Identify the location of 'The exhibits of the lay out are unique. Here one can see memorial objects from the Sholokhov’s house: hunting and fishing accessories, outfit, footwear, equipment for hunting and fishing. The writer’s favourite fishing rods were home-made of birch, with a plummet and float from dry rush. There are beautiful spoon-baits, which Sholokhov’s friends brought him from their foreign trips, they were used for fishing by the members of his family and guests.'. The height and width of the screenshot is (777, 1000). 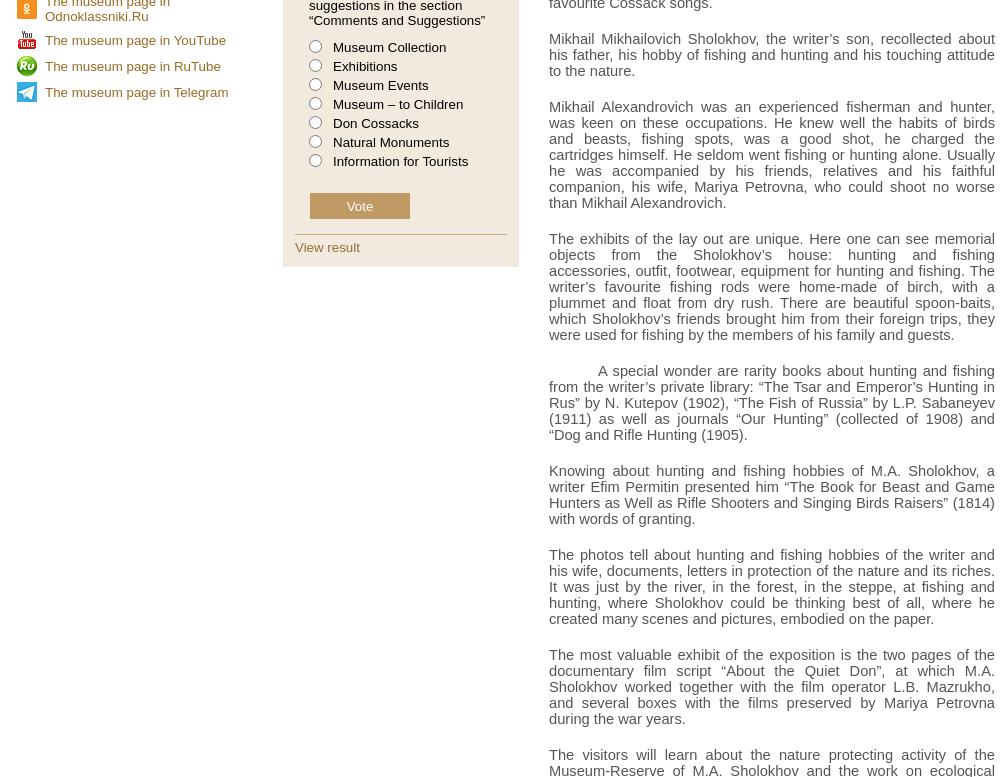
(772, 286).